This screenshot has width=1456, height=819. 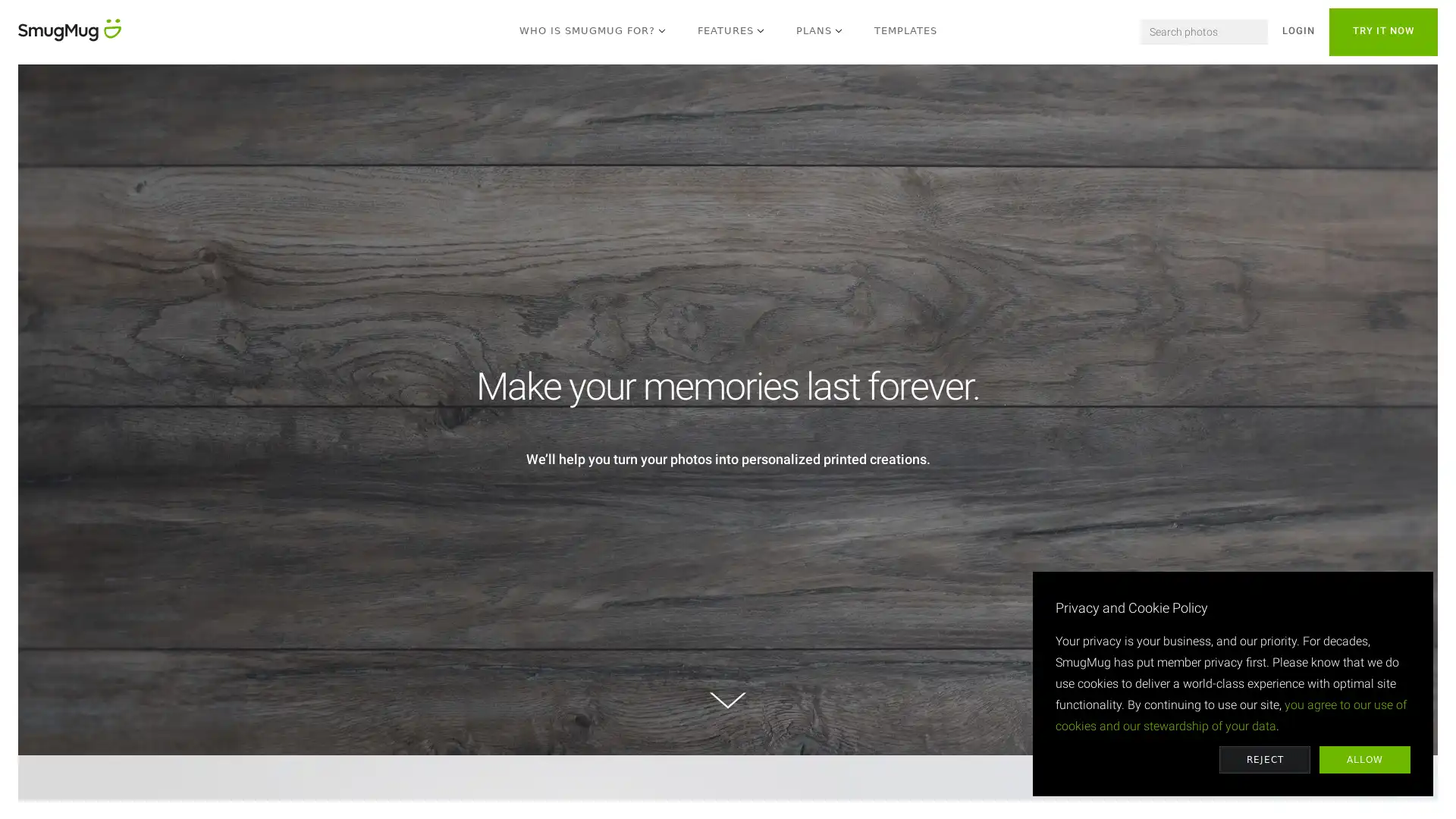 What do you see at coordinates (819, 32) in the screenshot?
I see `PLANS` at bounding box center [819, 32].